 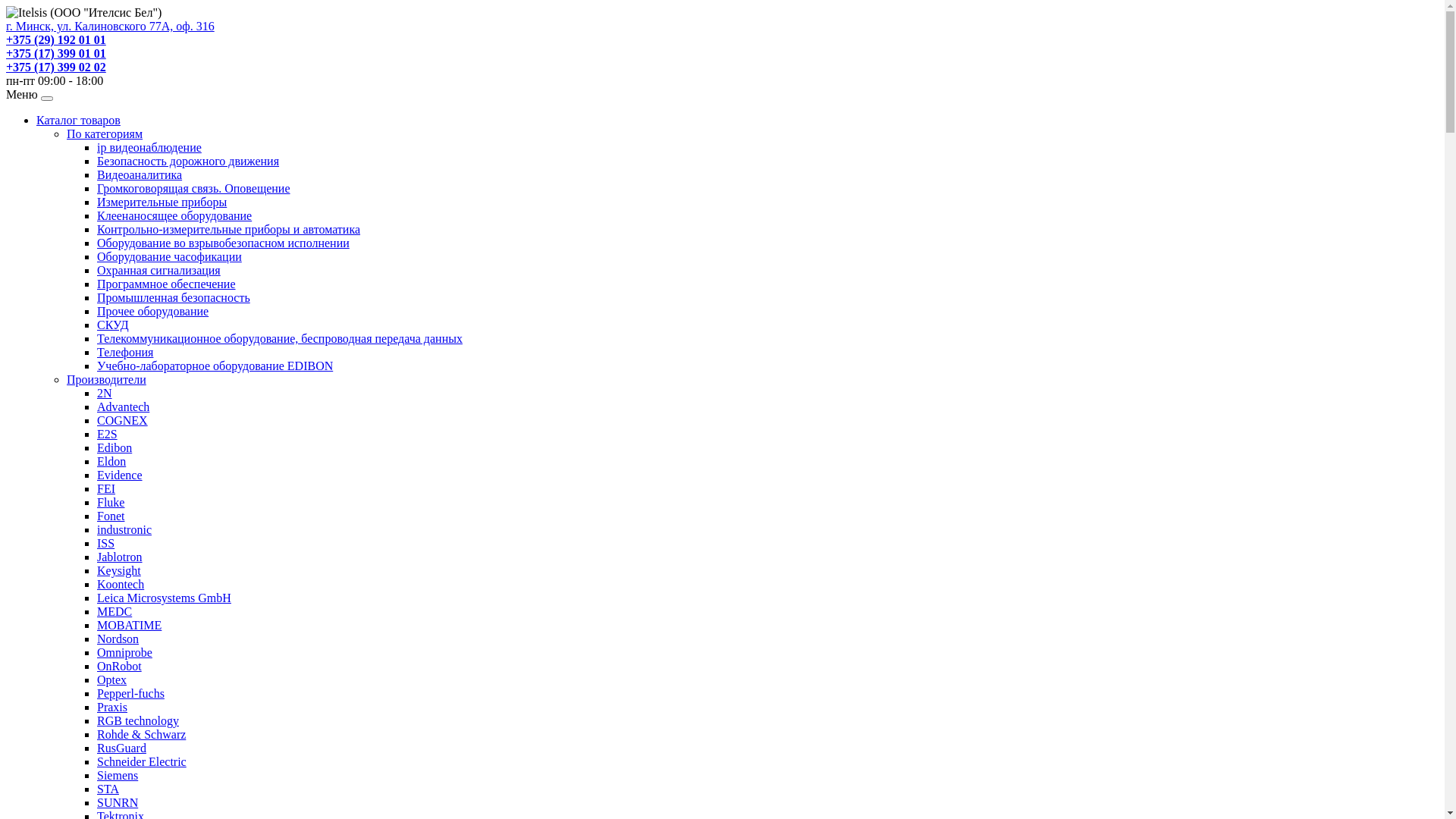 What do you see at coordinates (96, 570) in the screenshot?
I see `'Keysight'` at bounding box center [96, 570].